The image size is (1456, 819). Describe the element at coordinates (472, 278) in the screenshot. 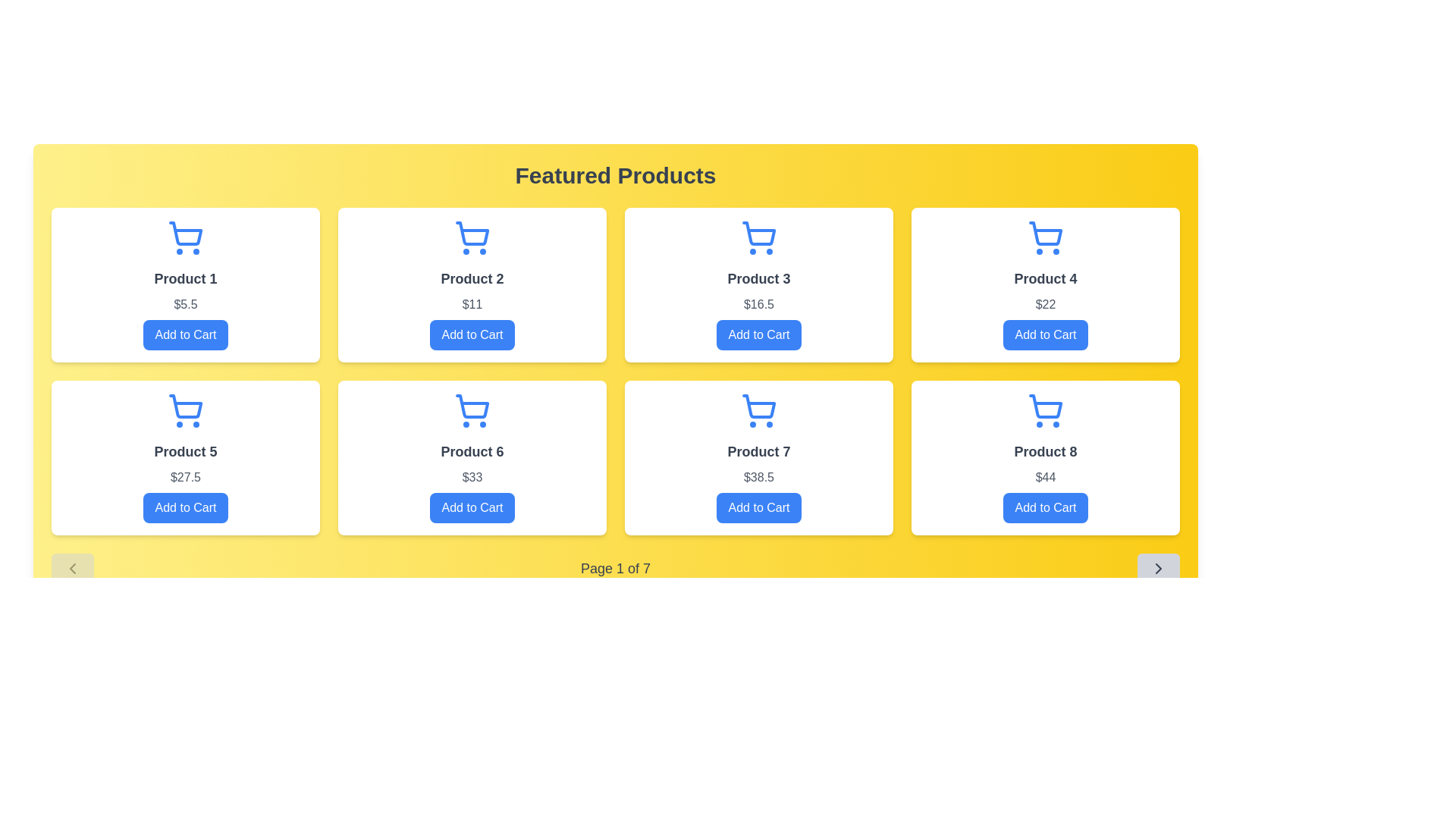

I see `the static text label displaying 'Product 2', which is prominently centered on the product card in the first row, second column of the grid layout` at that location.